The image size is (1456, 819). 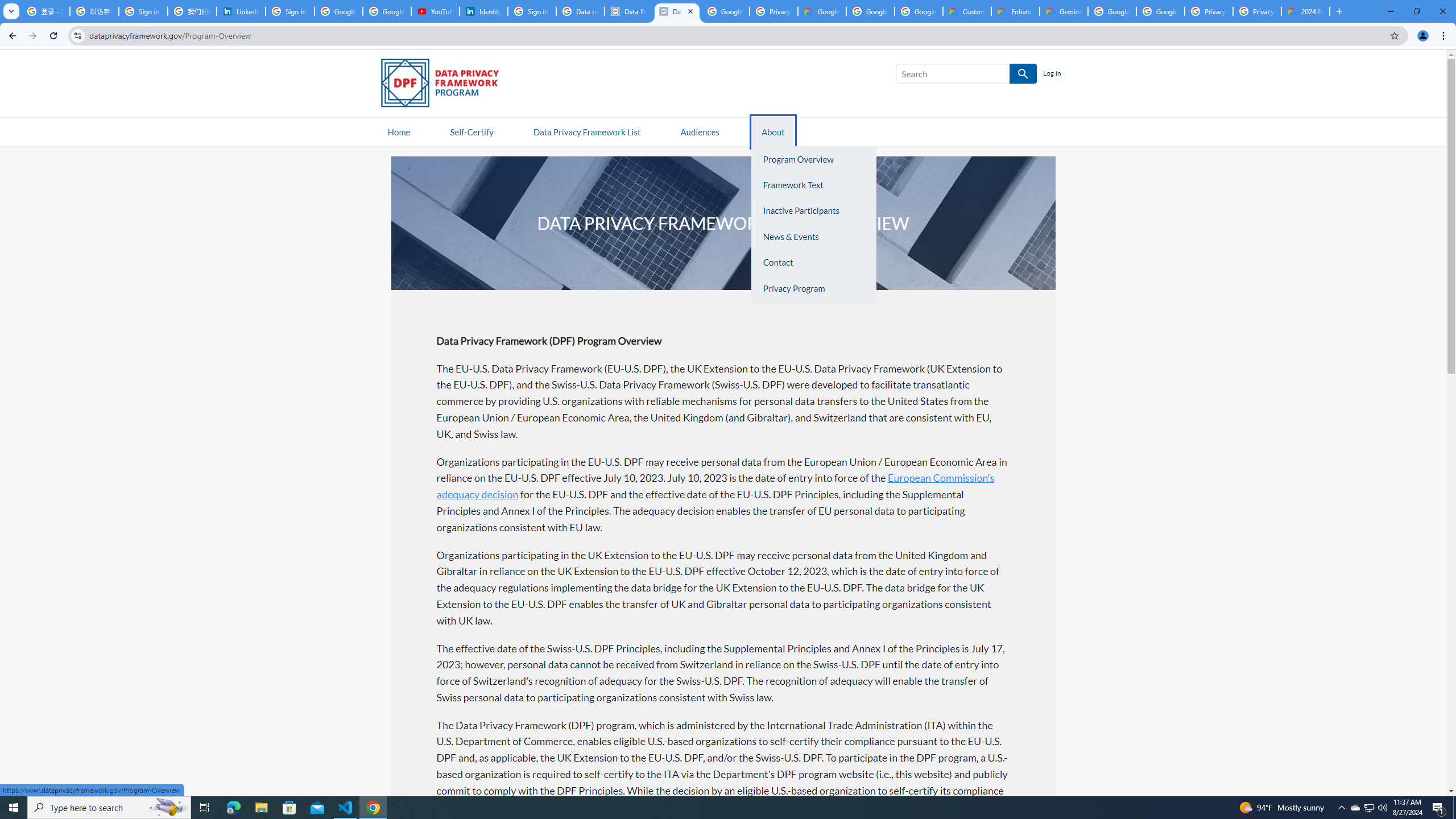 I want to click on 'Google Cloud Terms Directory | Google Cloud', so click(x=822, y=11).